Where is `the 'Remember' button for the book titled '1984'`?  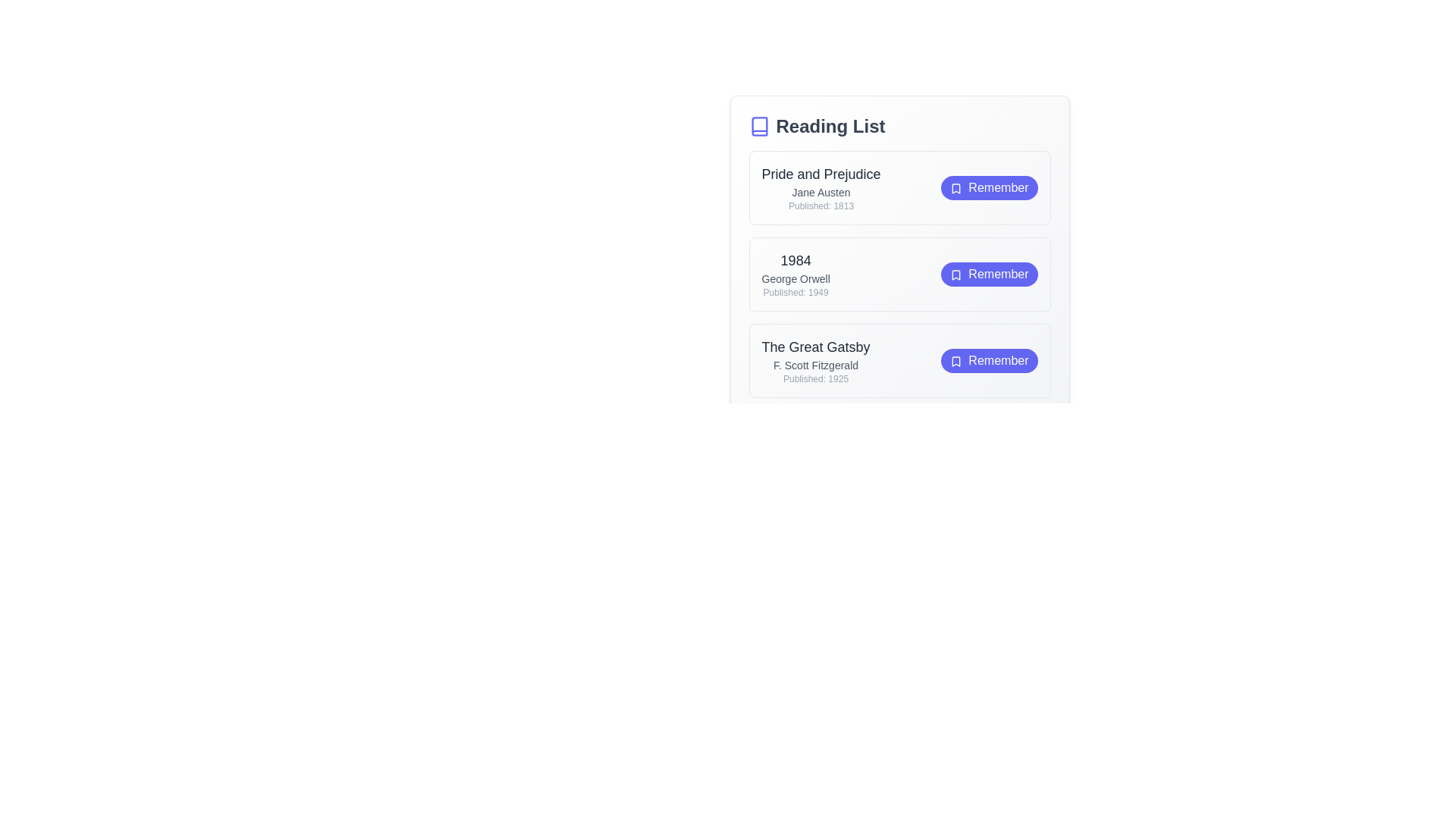
the 'Remember' button for the book titled '1984' is located at coordinates (989, 275).